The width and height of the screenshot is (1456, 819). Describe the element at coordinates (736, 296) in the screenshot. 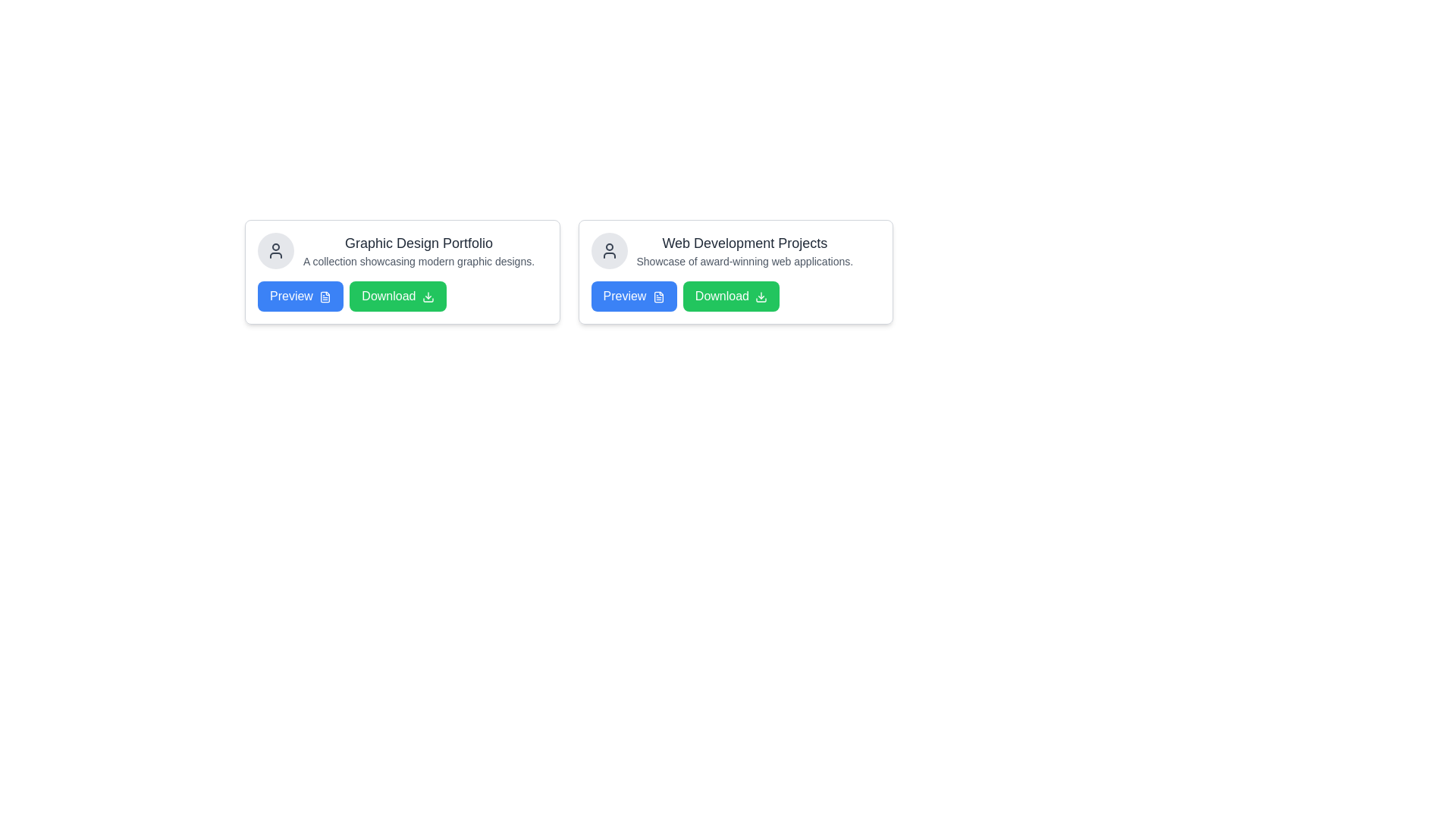

I see `the green 'Download' button with rounded corners, labeled 'Download' and featuring a downward arrow icon, to initiate the download` at that location.